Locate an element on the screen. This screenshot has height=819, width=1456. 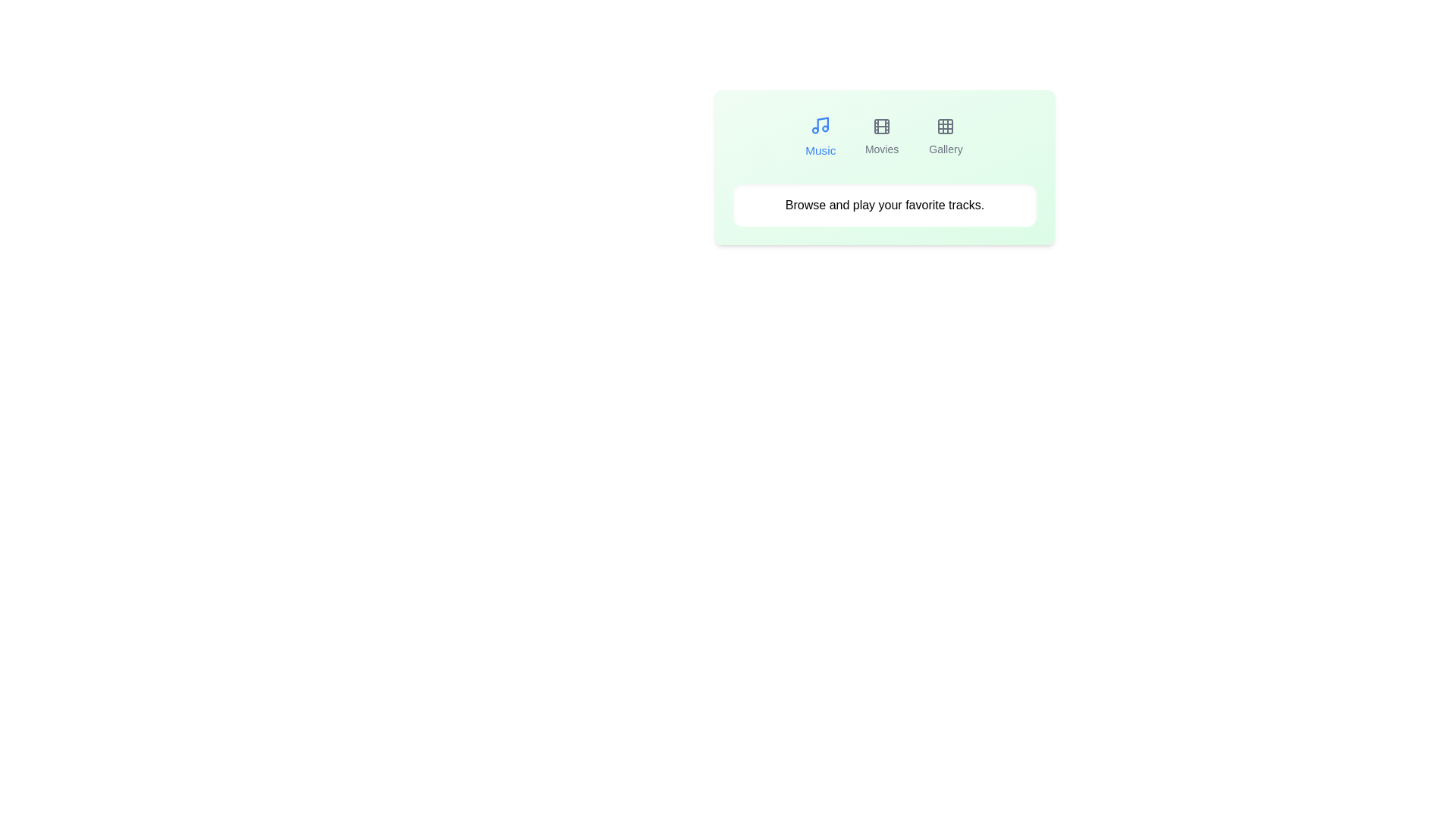
the Movies tab to inspect its visual design is located at coordinates (882, 137).